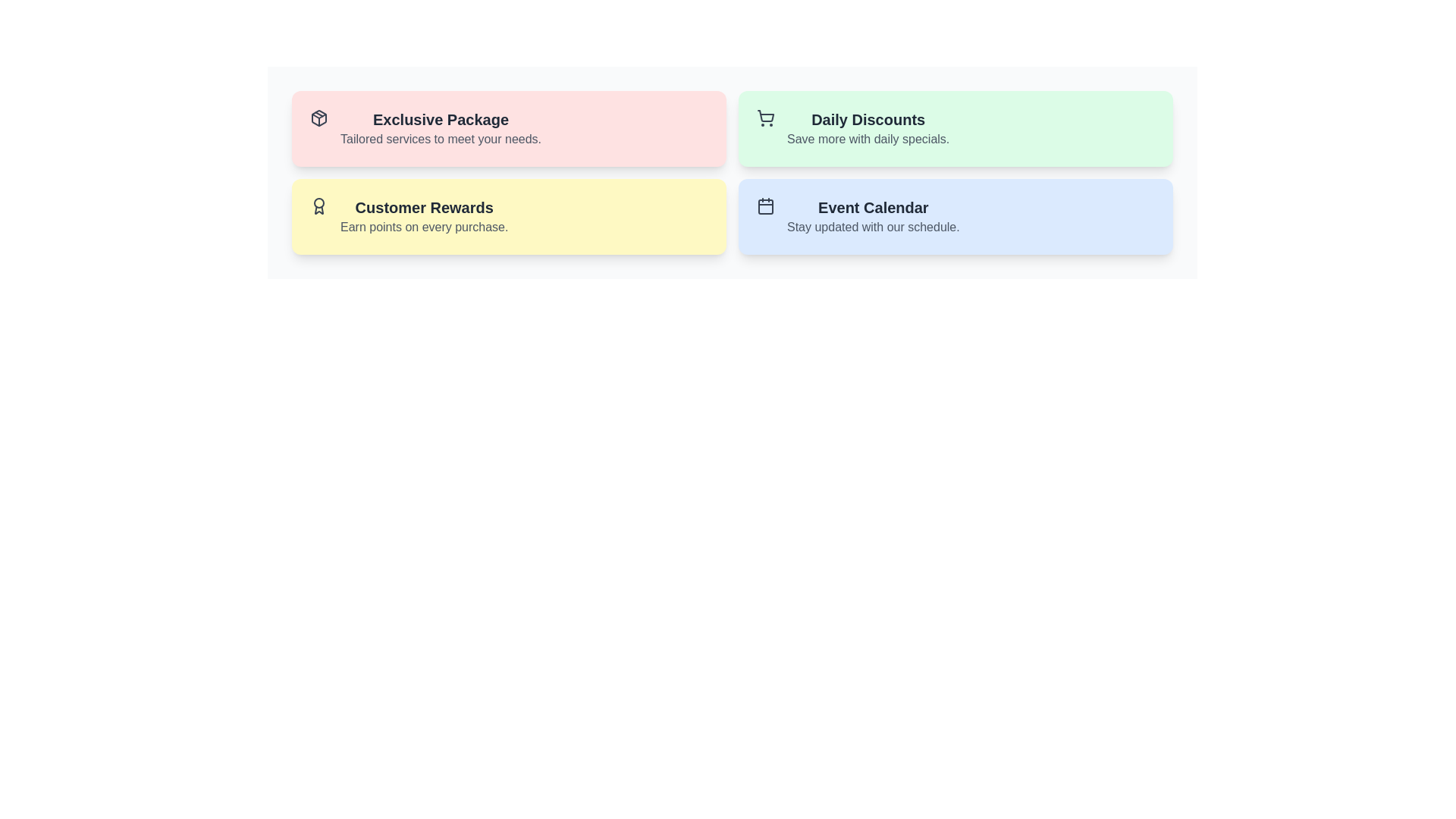  Describe the element at coordinates (868, 127) in the screenshot. I see `the text block displaying 'Daily Discounts' in a green rectangular area, which is the second card in the grid arrangement` at that location.